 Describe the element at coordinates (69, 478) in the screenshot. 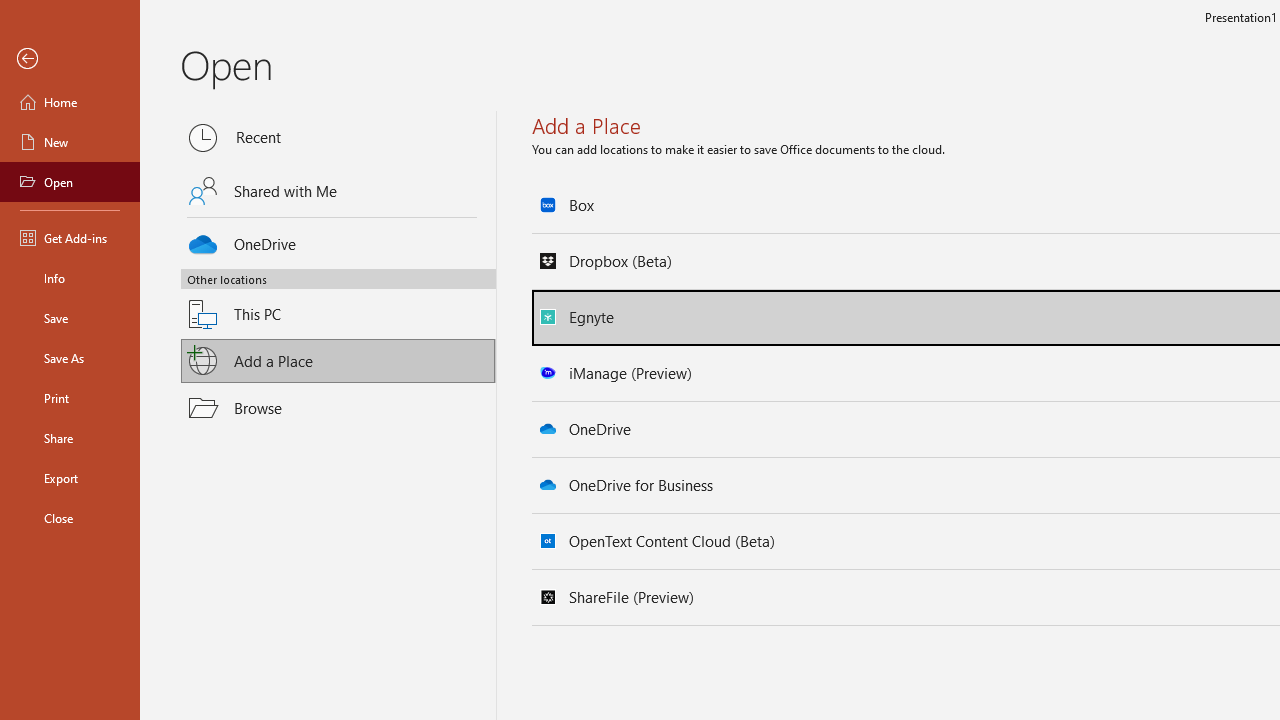

I see `'Export'` at that location.